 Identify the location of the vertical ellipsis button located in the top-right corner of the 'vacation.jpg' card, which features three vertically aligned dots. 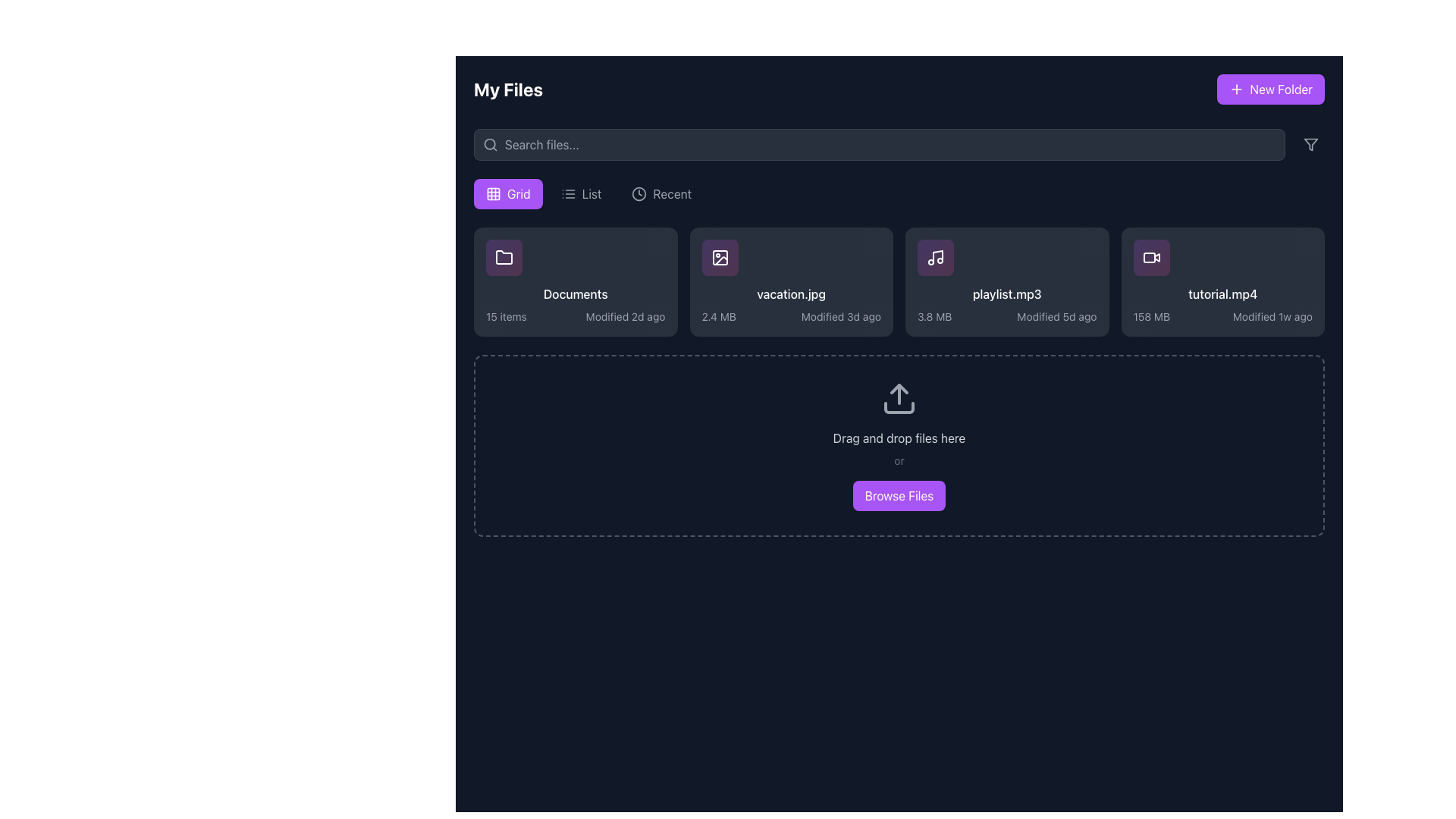
(874, 256).